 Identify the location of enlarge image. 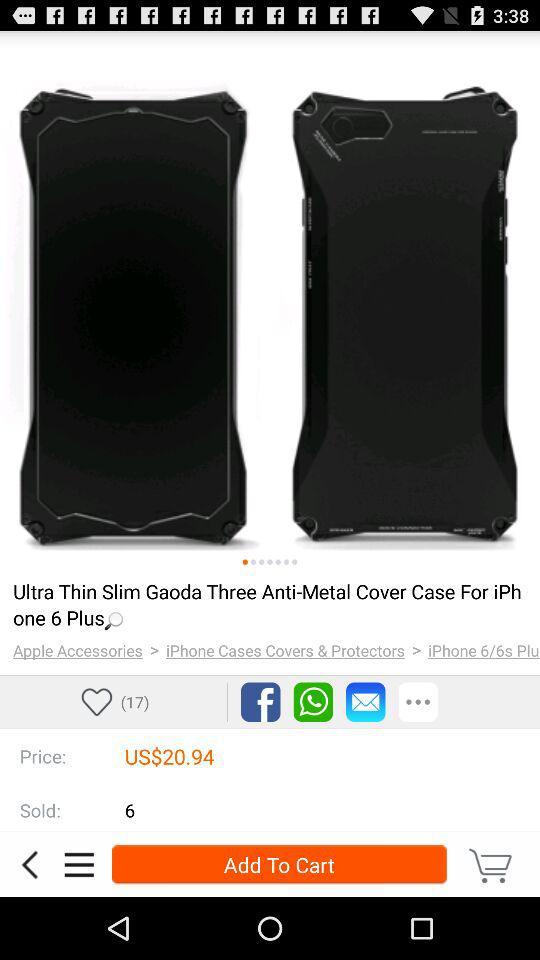
(270, 301).